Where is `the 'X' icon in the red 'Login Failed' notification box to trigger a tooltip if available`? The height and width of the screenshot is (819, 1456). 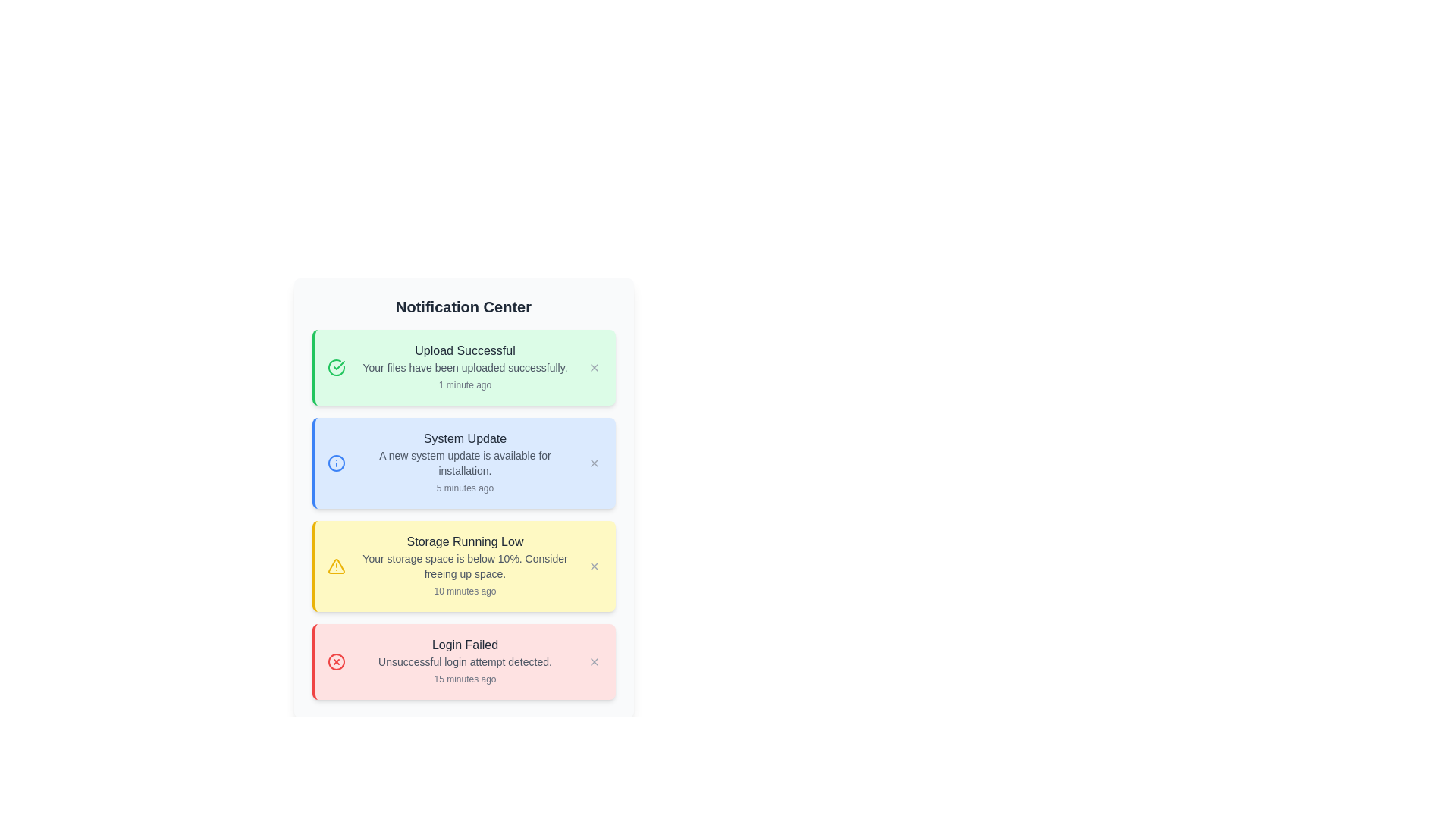 the 'X' icon in the red 'Login Failed' notification box to trigger a tooltip if available is located at coordinates (593, 661).